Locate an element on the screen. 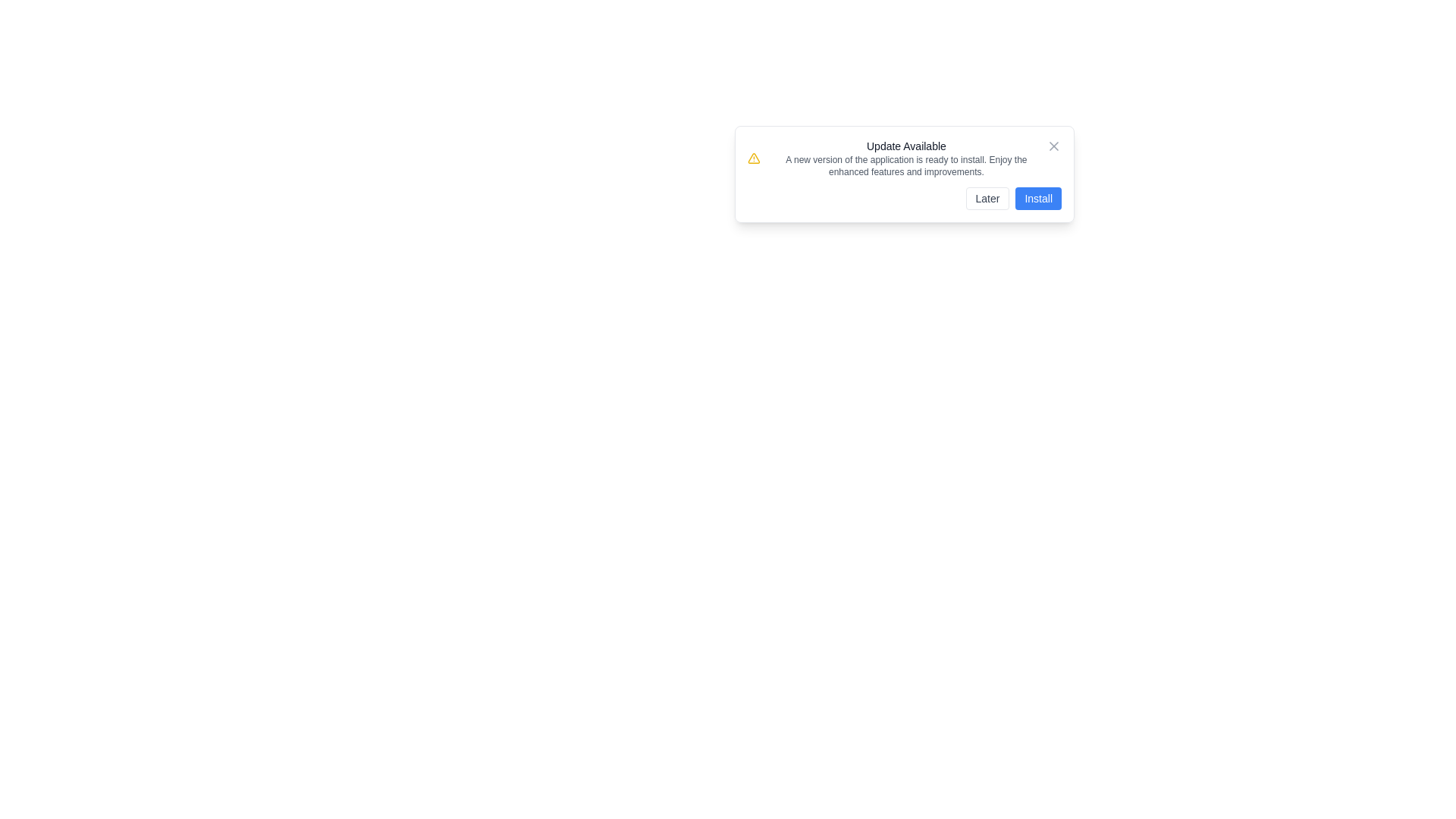  the warning icon located at the leftmost part of the notification box, which serves as a visual indicator for important messages is located at coordinates (754, 158).